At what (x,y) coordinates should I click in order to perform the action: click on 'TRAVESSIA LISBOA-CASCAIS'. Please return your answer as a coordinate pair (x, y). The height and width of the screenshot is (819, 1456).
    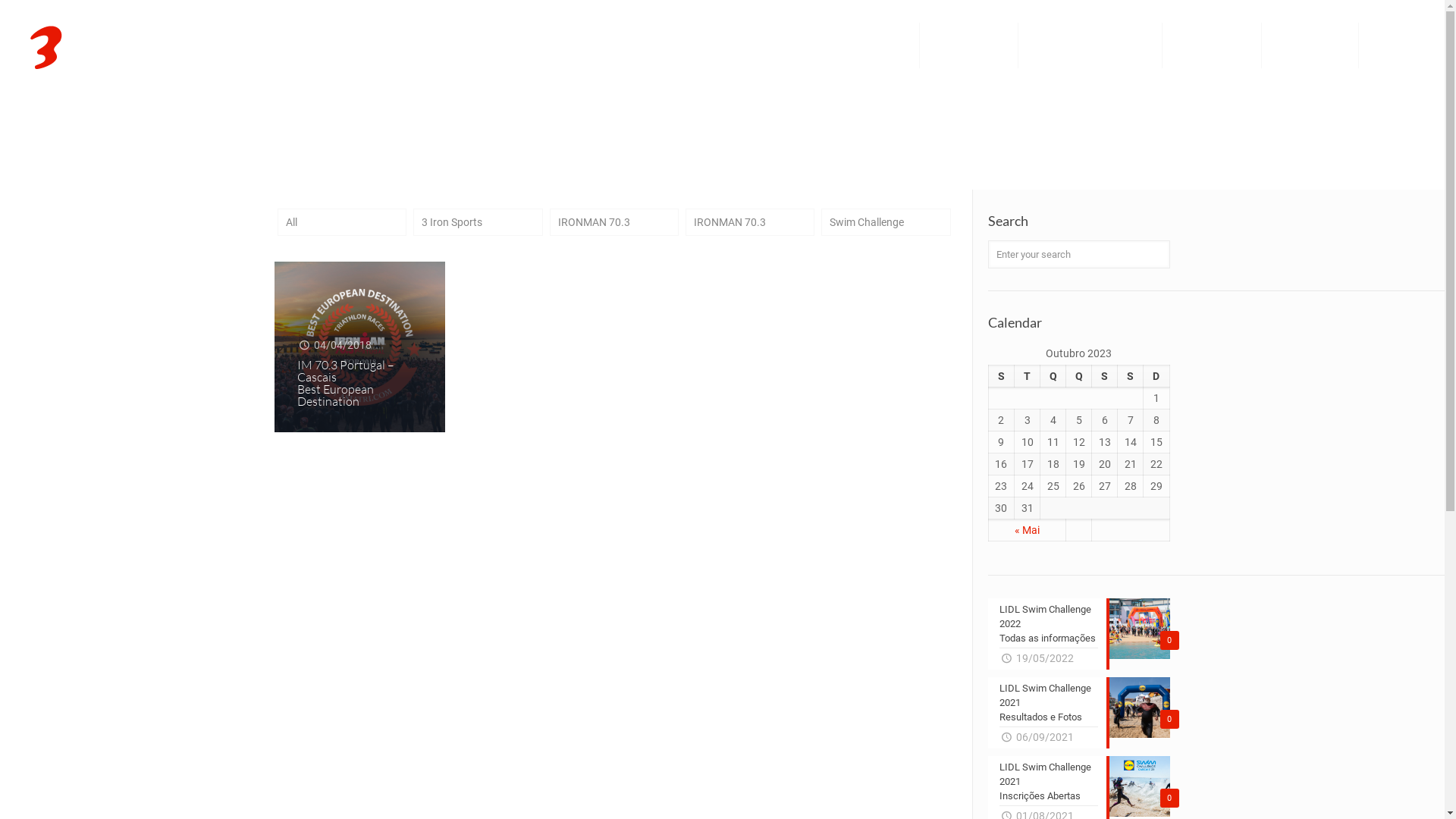
    Looking at the image, I should click on (1090, 45).